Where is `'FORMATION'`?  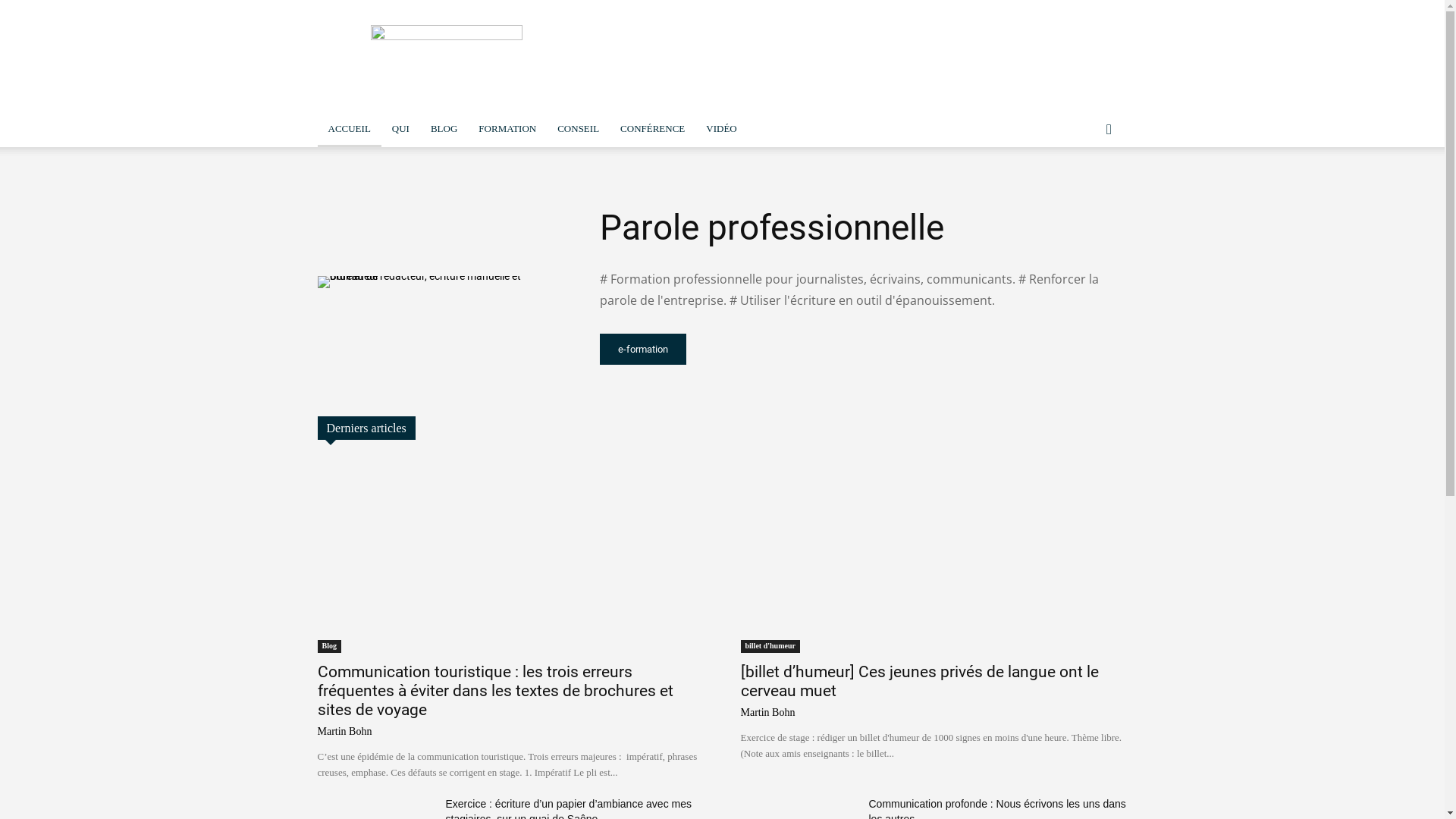
'FORMATION' is located at coordinates (507, 127).